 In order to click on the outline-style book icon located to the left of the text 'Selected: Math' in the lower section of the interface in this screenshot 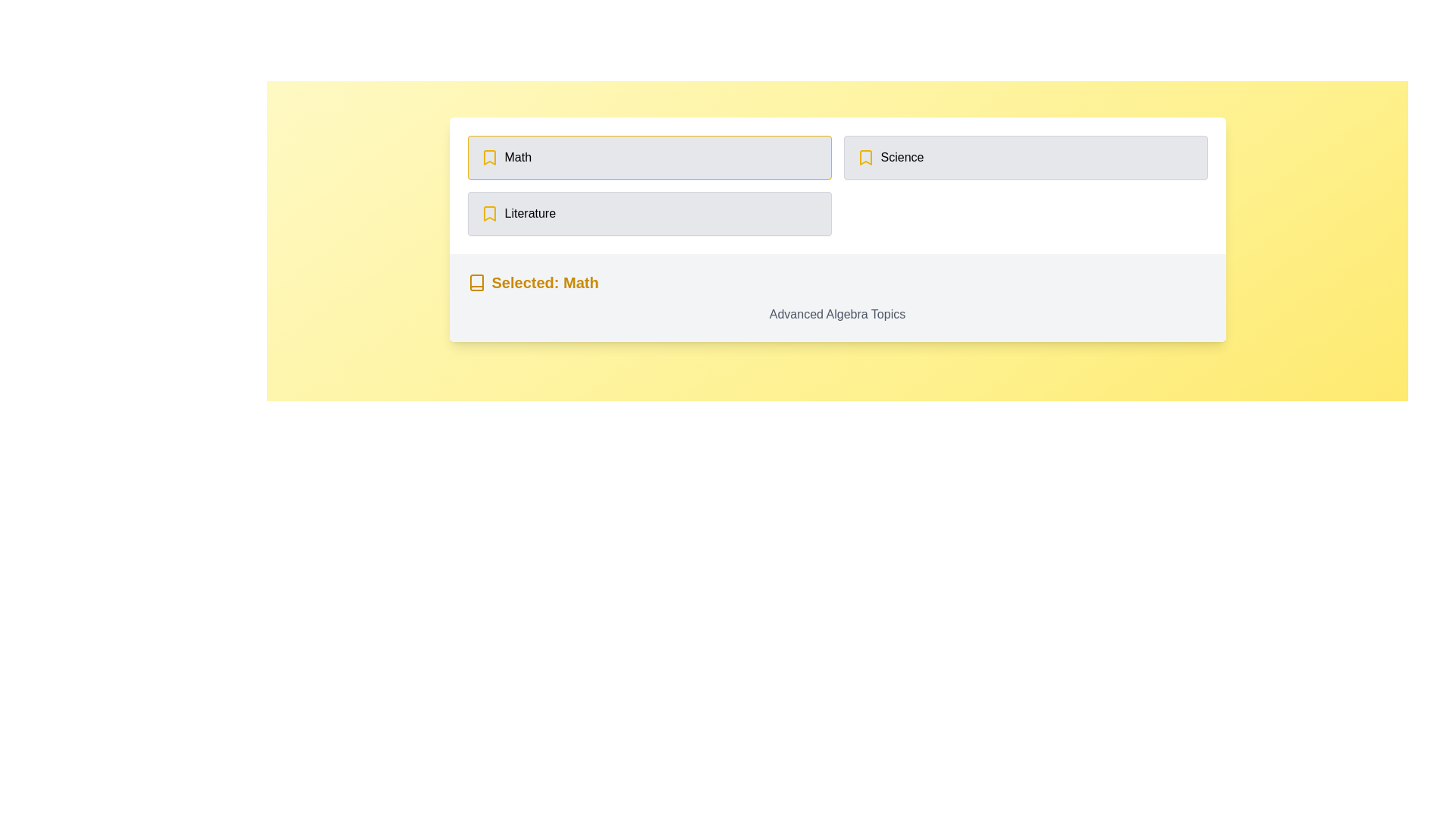, I will do `click(475, 283)`.